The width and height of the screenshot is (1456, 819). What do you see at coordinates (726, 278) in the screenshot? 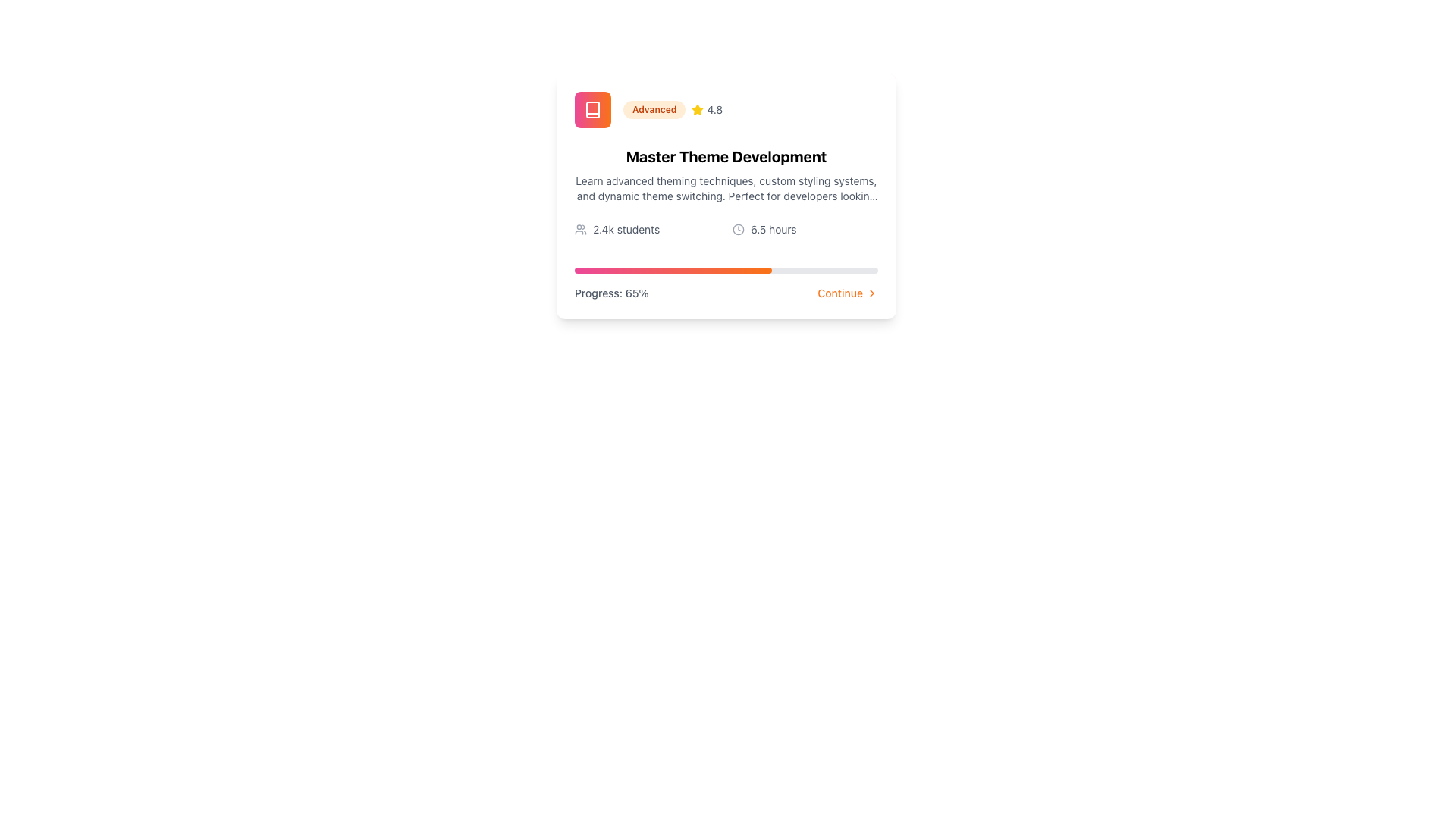
I see `progress information from the label 'Progress: 65%' located on the left side of the progress bar element` at bounding box center [726, 278].